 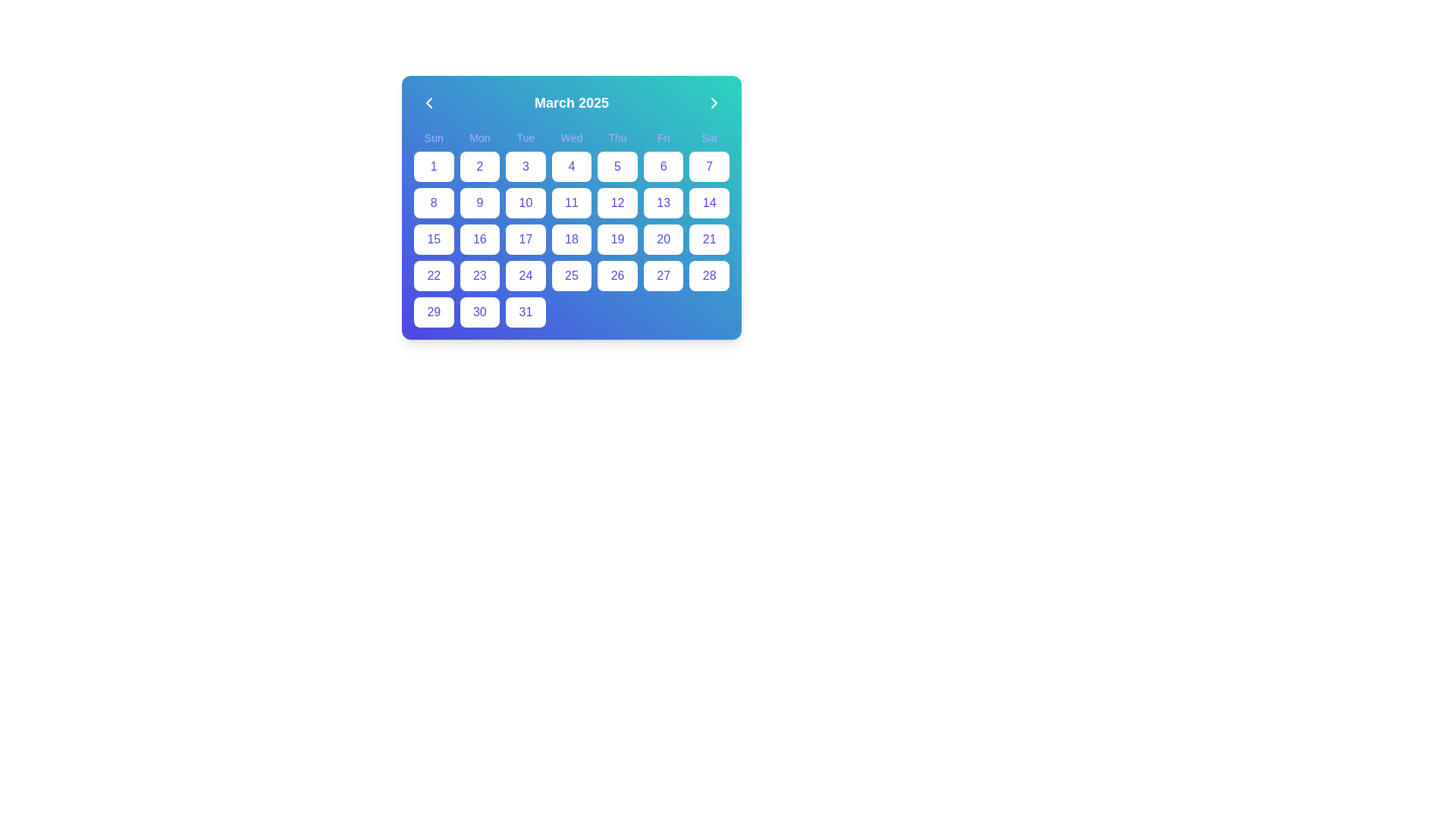 What do you see at coordinates (526, 239) in the screenshot?
I see `the square button with rounded edges displaying the text '17' in blue font, located in the third column and third row of the grid layout in the calendar interface` at bounding box center [526, 239].